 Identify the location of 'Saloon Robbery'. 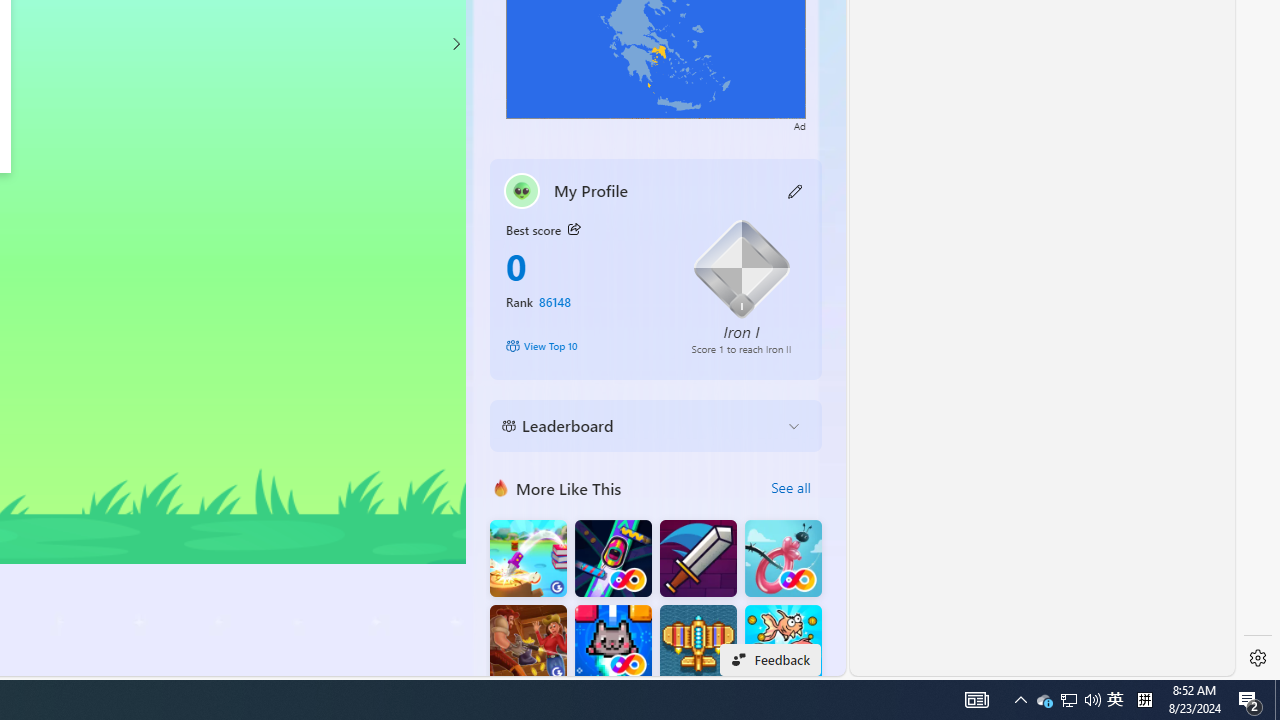
(528, 643).